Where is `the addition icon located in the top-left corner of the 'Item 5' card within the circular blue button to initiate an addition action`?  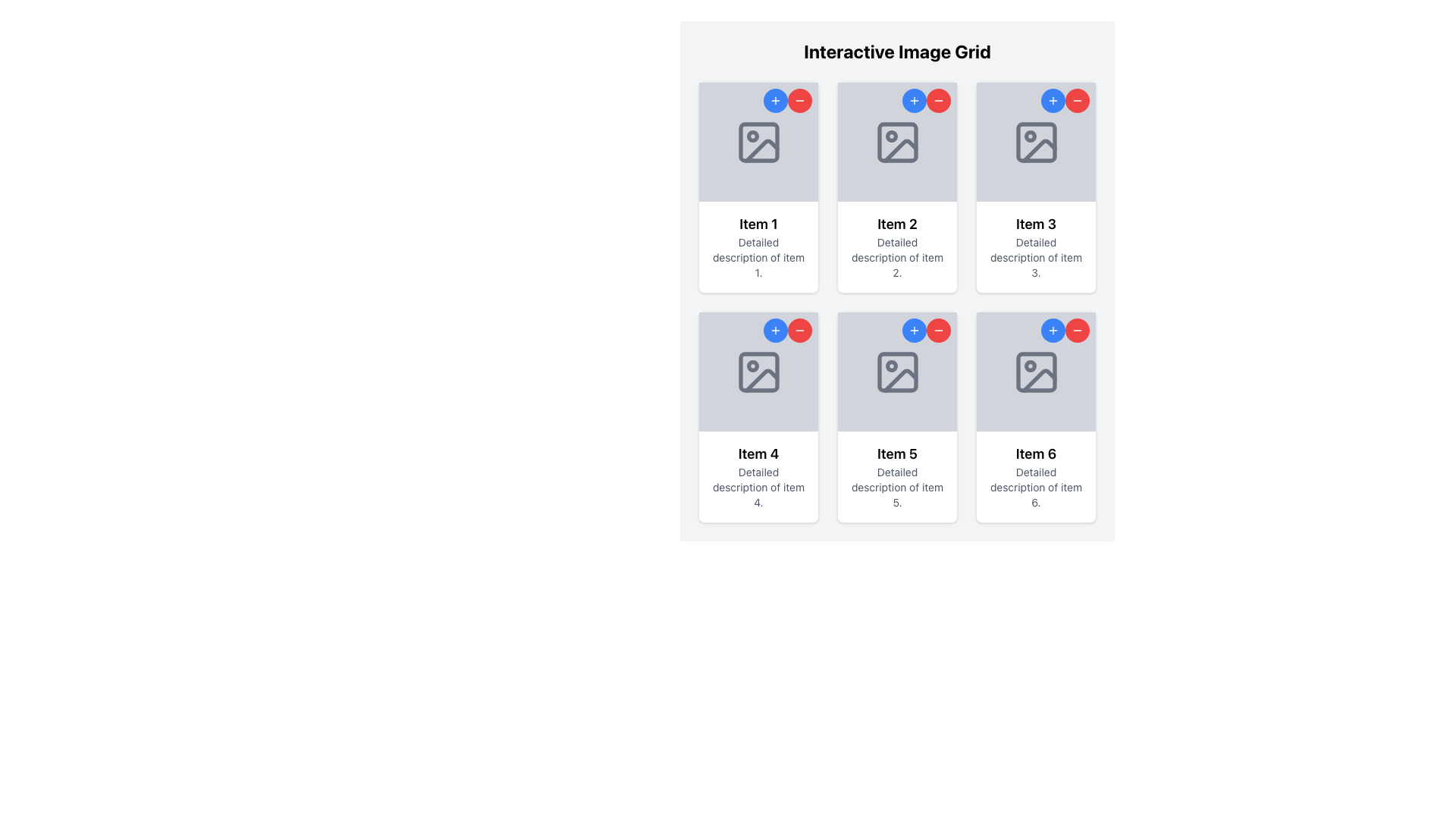
the addition icon located in the top-left corner of the 'Item 5' card within the circular blue button to initiate an addition action is located at coordinates (913, 329).